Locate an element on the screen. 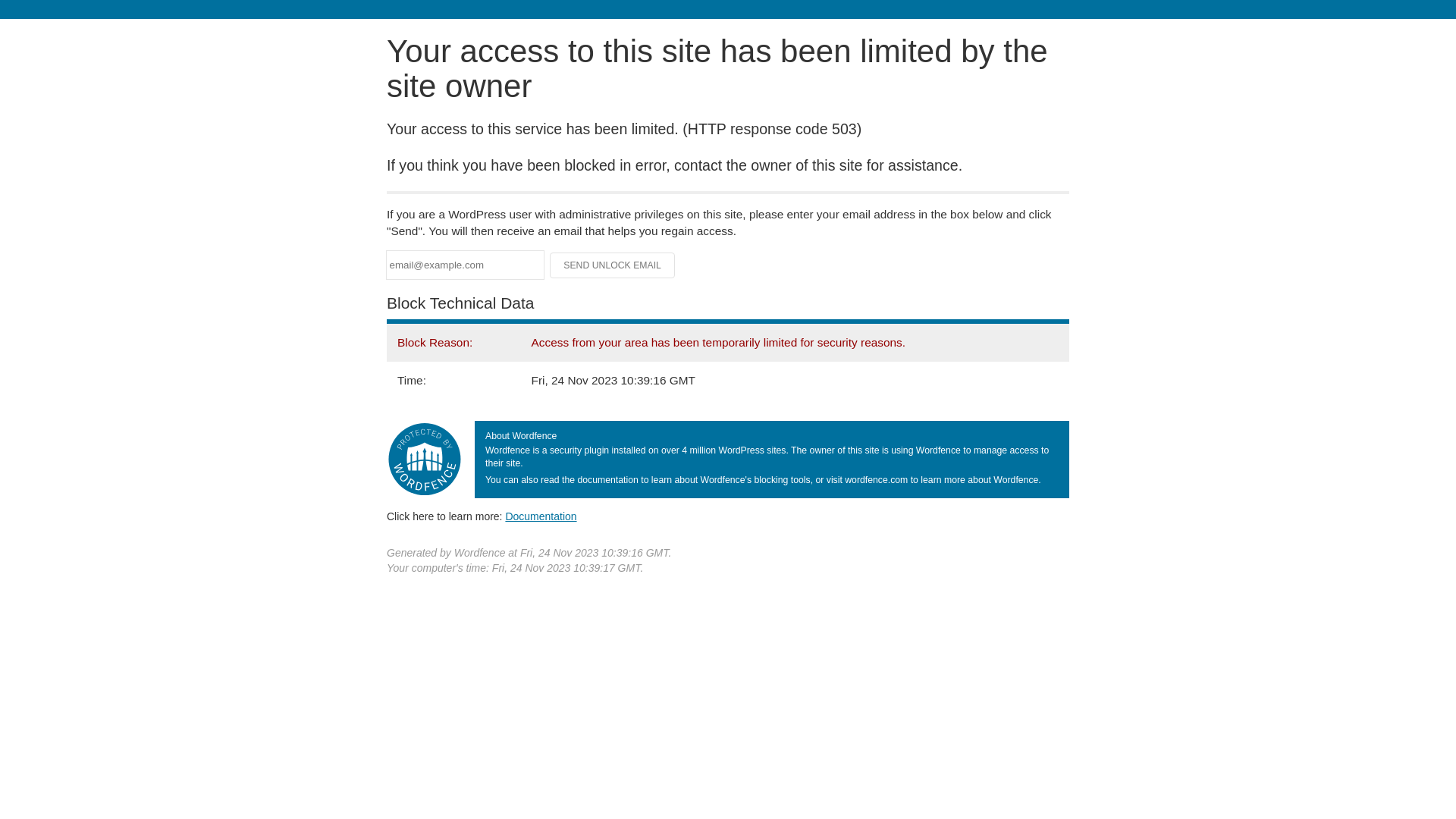 This screenshot has width=1456, height=819. 'Send Unlock Email' is located at coordinates (612, 265).